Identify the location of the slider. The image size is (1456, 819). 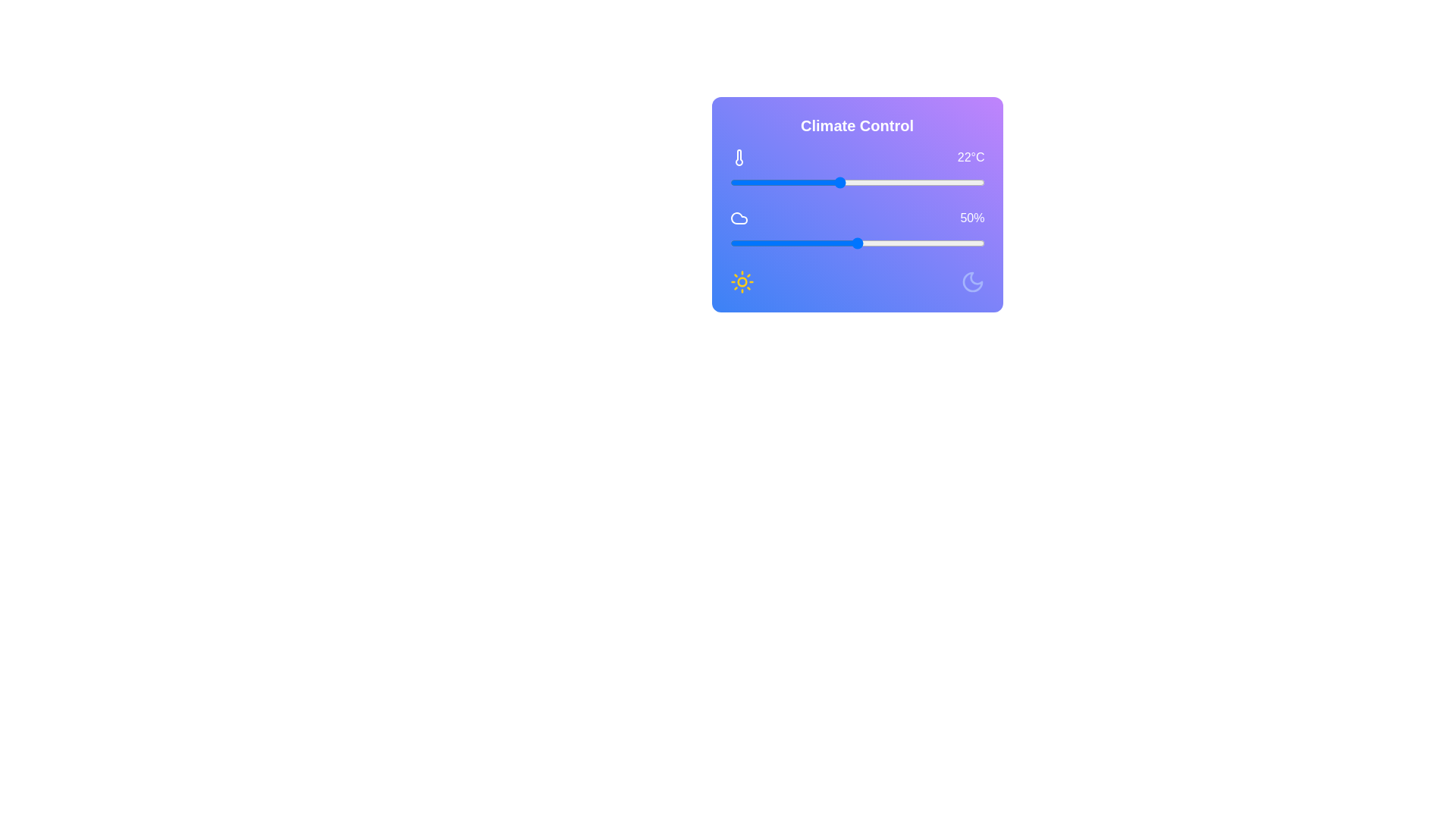
(870, 242).